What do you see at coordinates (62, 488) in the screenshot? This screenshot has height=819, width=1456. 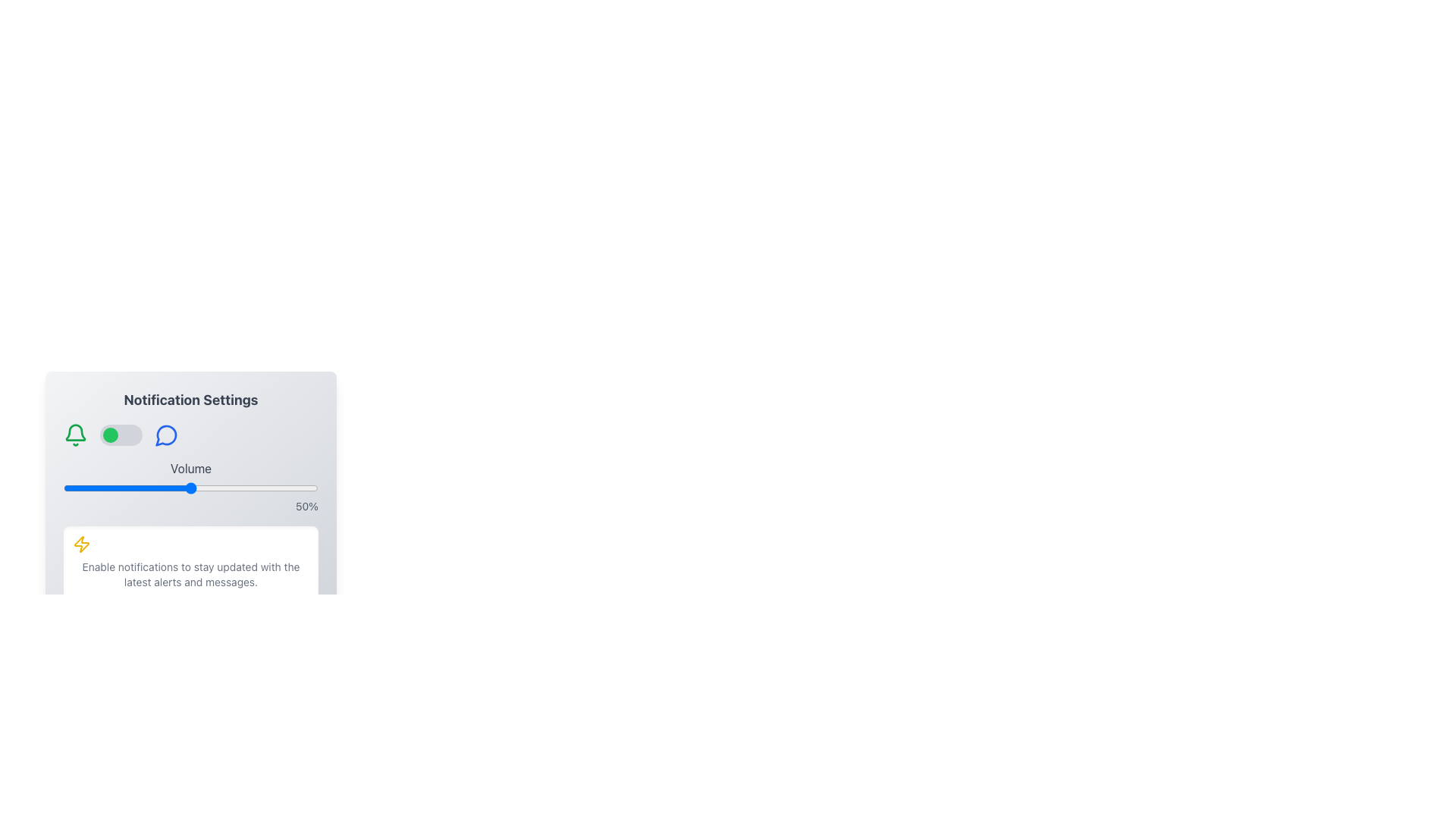 I see `the volume` at bounding box center [62, 488].